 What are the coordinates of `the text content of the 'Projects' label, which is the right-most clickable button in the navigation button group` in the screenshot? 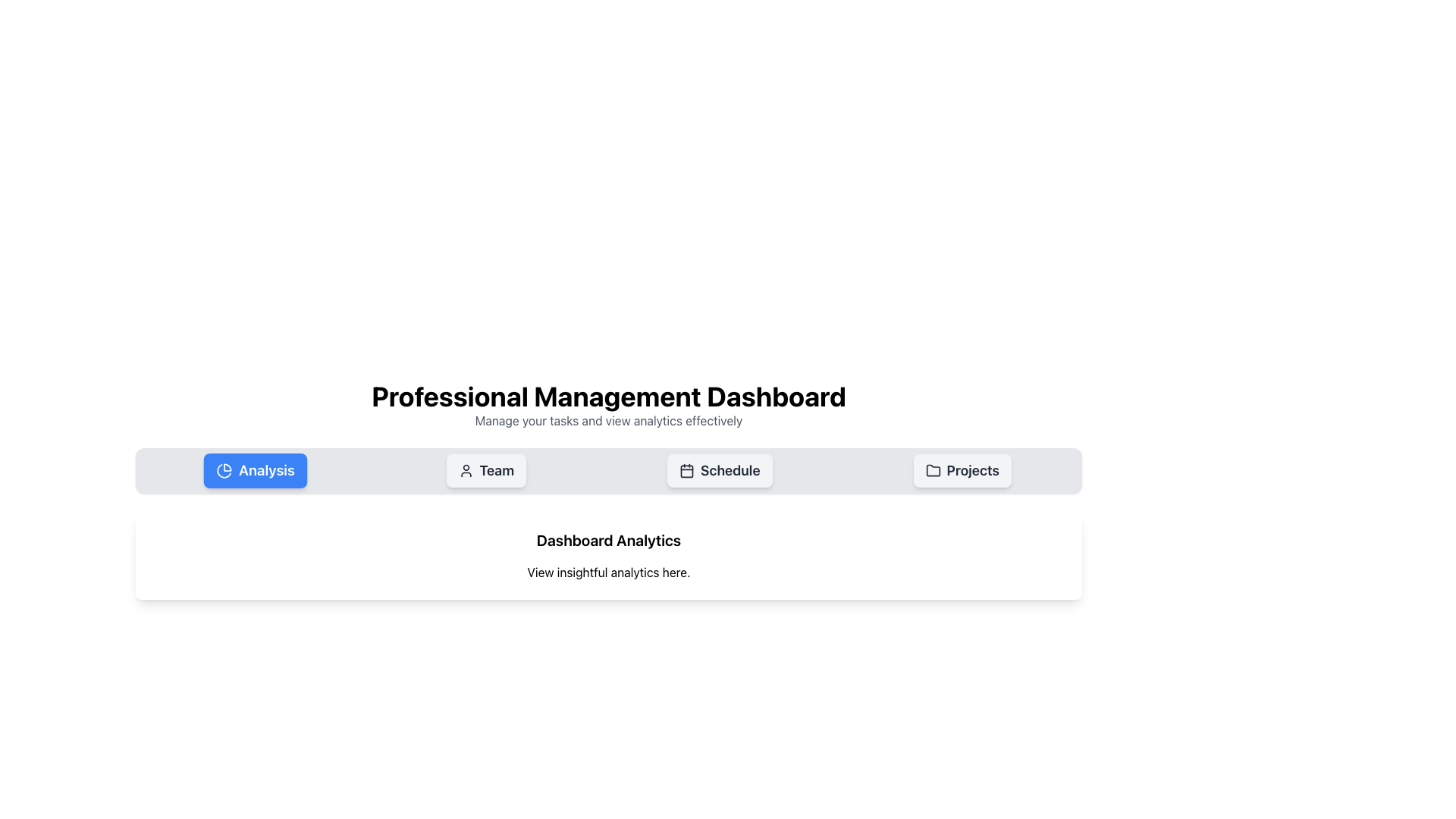 It's located at (973, 470).